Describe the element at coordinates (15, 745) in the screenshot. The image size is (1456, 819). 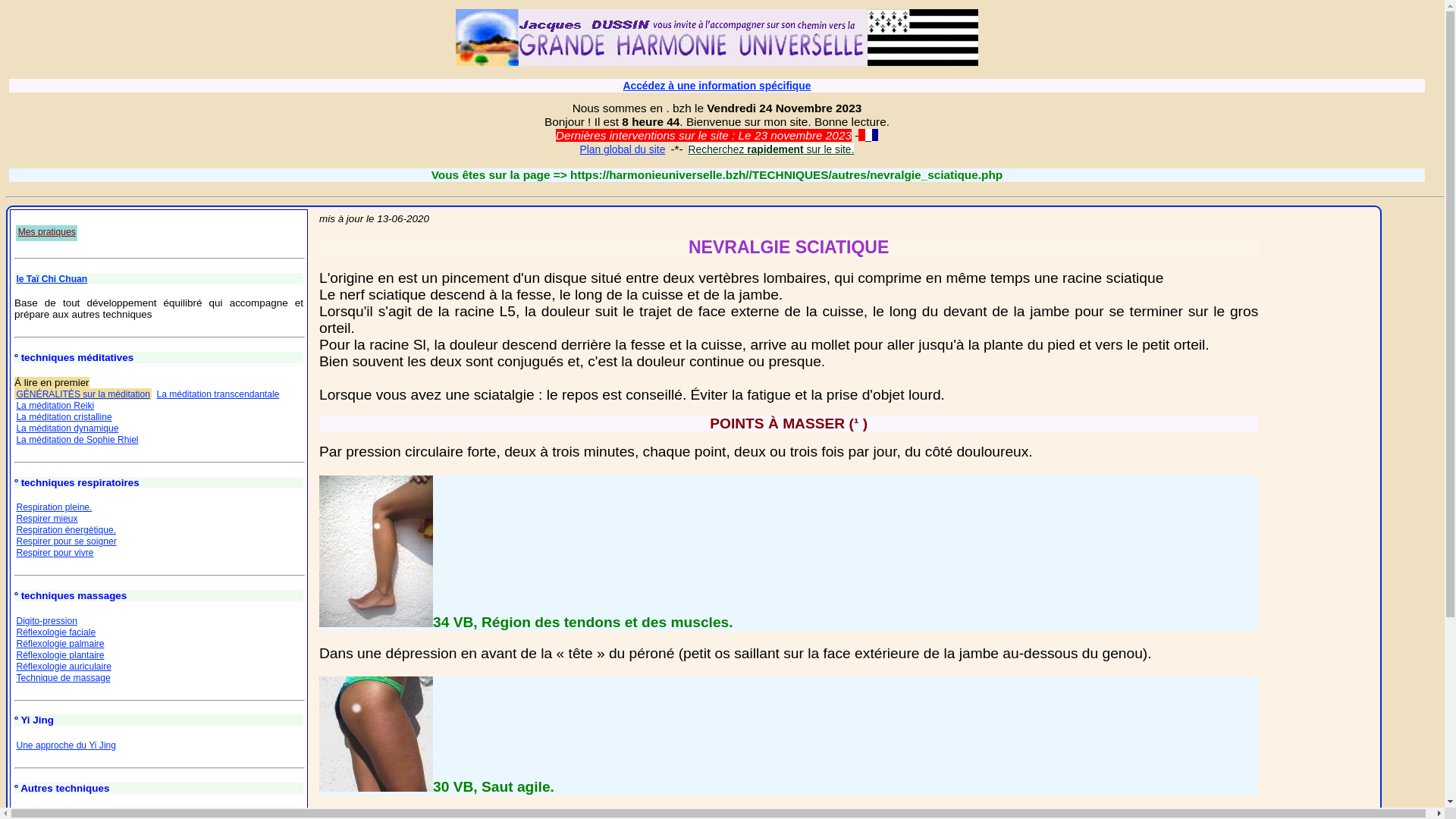
I see `'Une approche du Yi Jing'` at that location.